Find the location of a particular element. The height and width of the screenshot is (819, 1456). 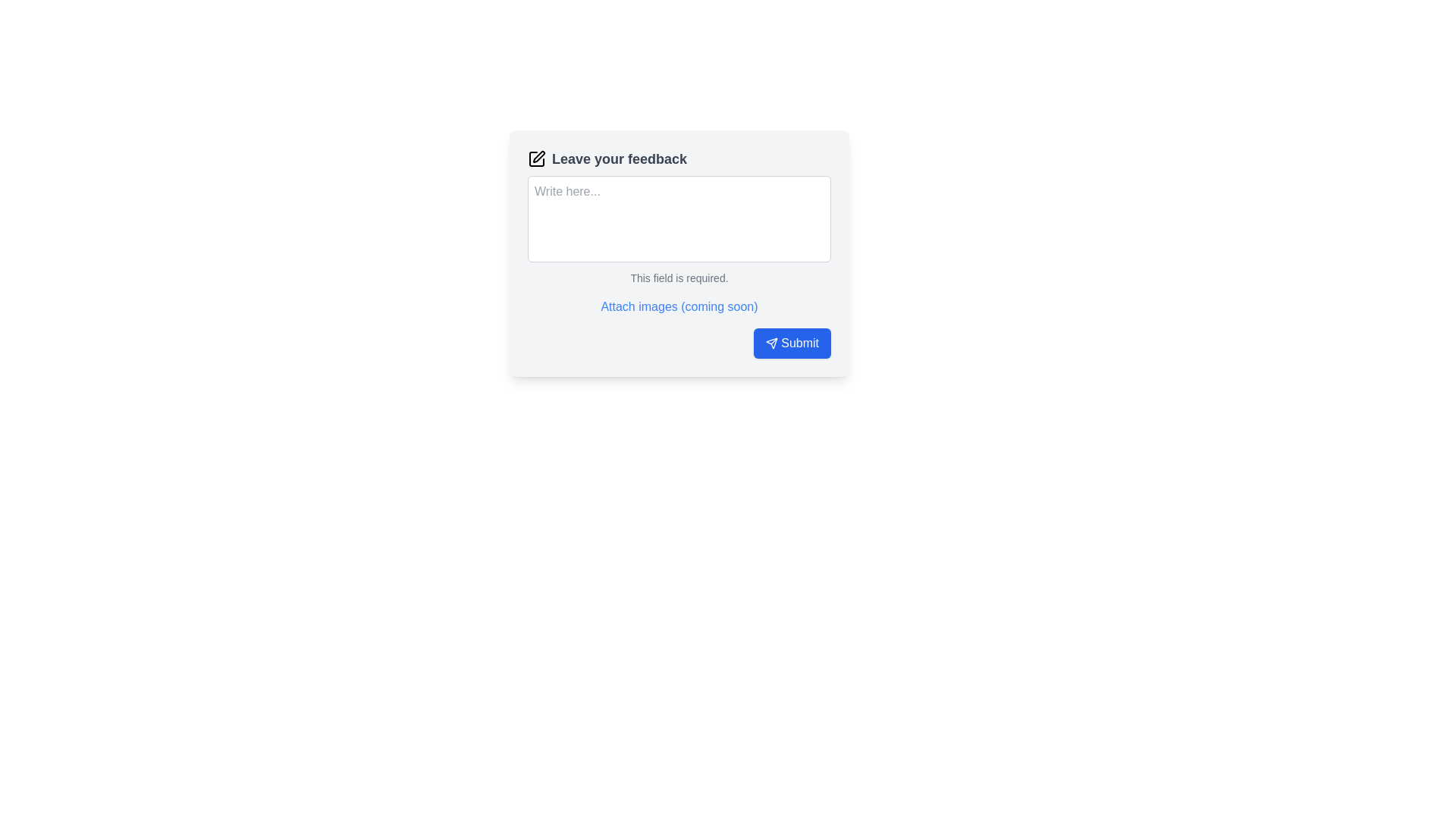

the stylized paper airplane icon in the bottom-right corner of the feedback form, which symbolizes sending or forwarding actions is located at coordinates (772, 343).